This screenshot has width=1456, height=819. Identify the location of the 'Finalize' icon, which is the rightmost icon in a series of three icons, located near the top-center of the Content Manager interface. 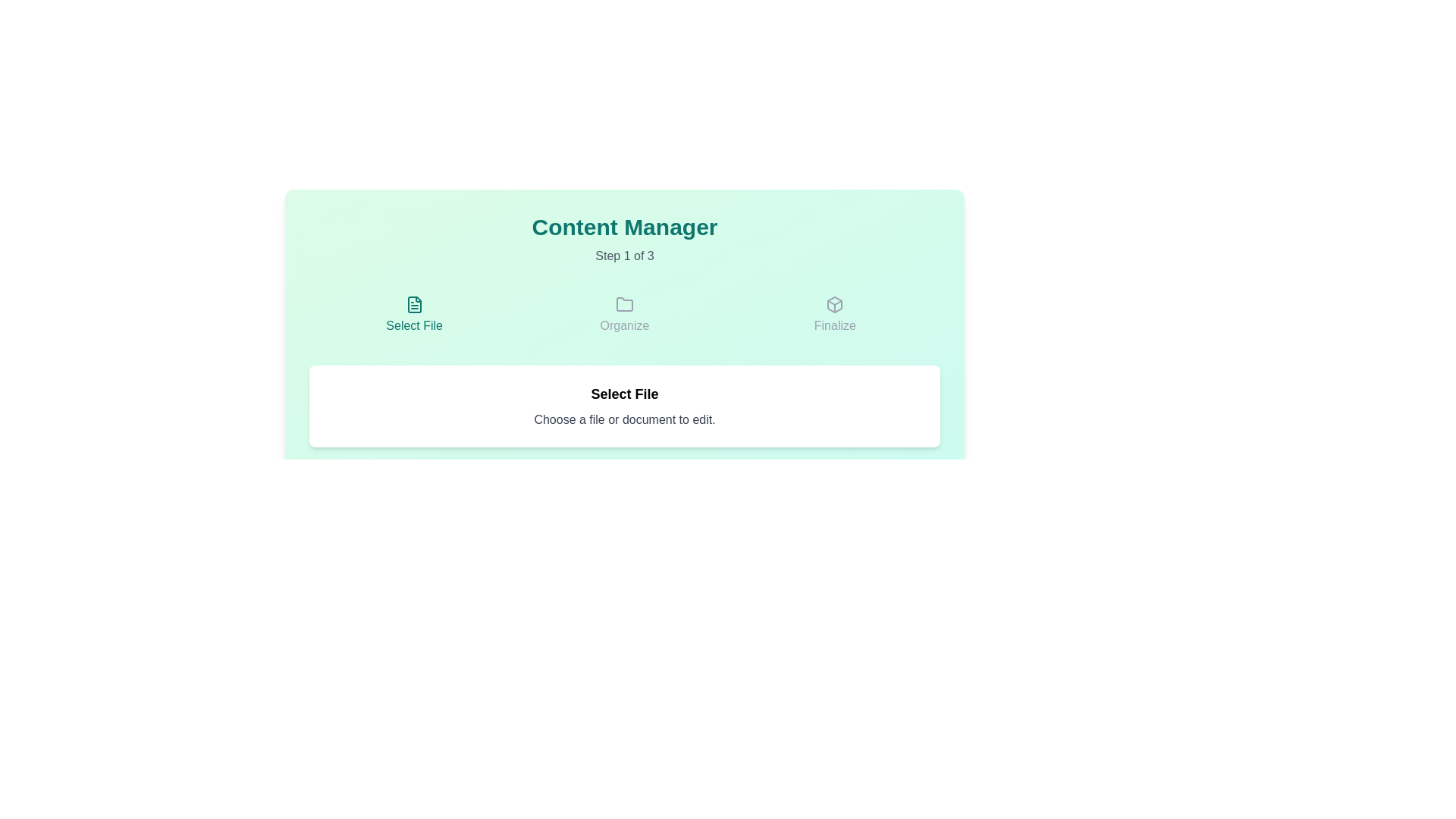
(834, 304).